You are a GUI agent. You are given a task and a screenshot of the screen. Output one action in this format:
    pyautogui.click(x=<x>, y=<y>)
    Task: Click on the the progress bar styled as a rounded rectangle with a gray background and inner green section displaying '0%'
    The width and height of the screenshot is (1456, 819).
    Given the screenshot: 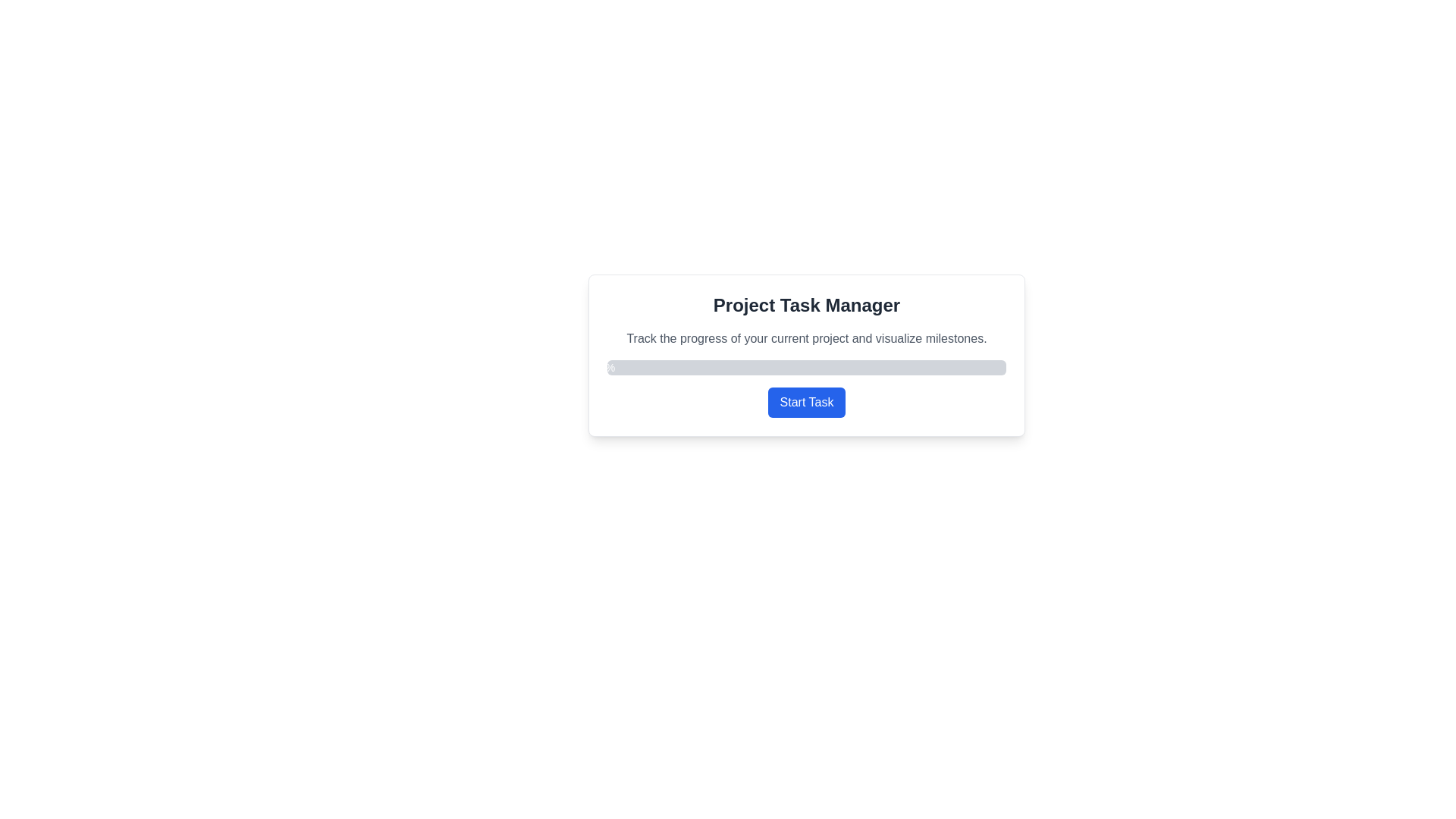 What is the action you would take?
    pyautogui.click(x=806, y=368)
    